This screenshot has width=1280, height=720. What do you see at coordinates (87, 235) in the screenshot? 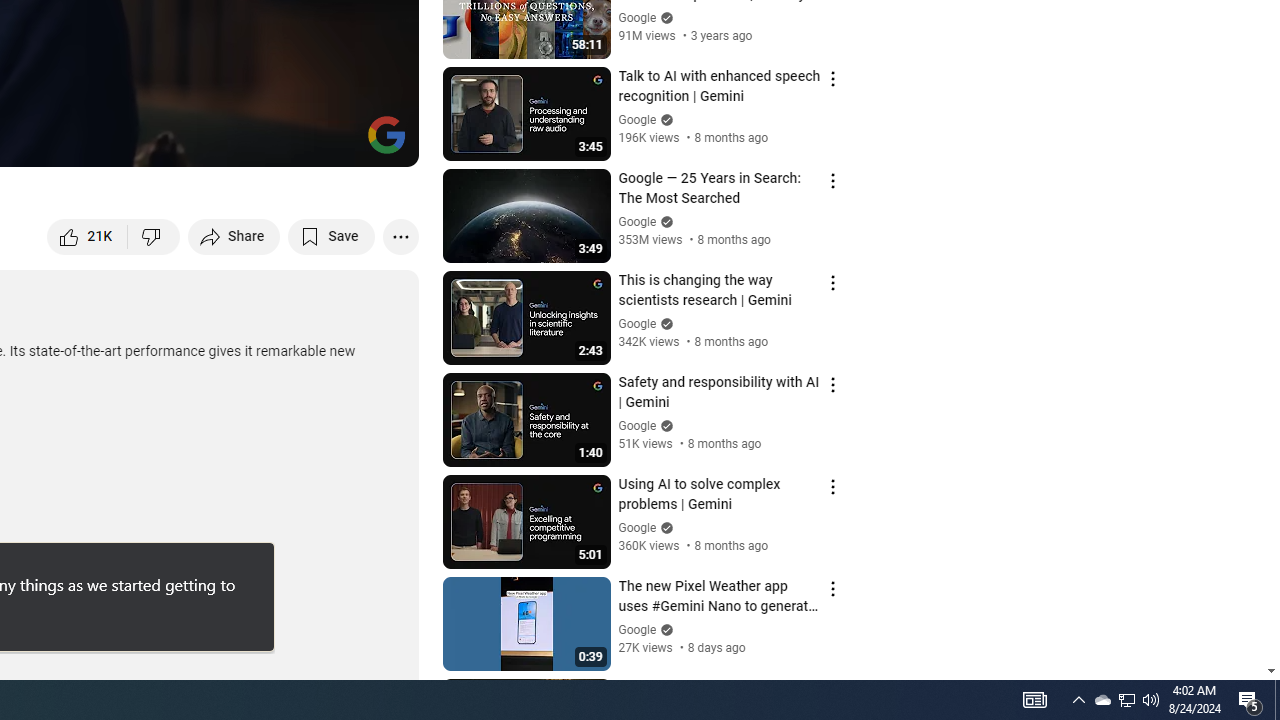
I see `'like this video along with 21,118 other people'` at bounding box center [87, 235].